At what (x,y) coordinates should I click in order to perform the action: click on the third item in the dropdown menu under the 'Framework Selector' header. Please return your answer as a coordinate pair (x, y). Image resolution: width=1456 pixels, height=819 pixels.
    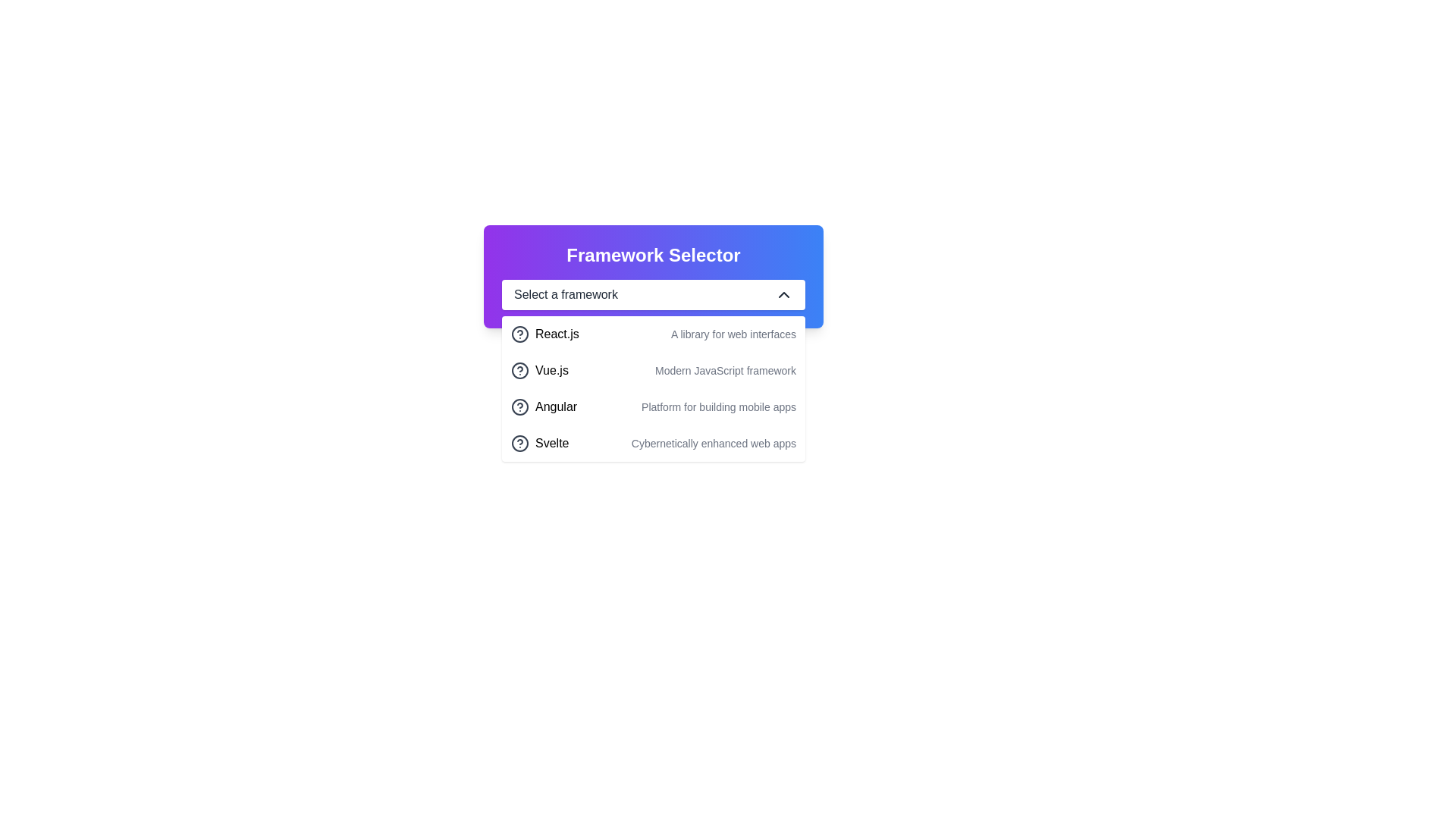
    Looking at the image, I should click on (654, 406).